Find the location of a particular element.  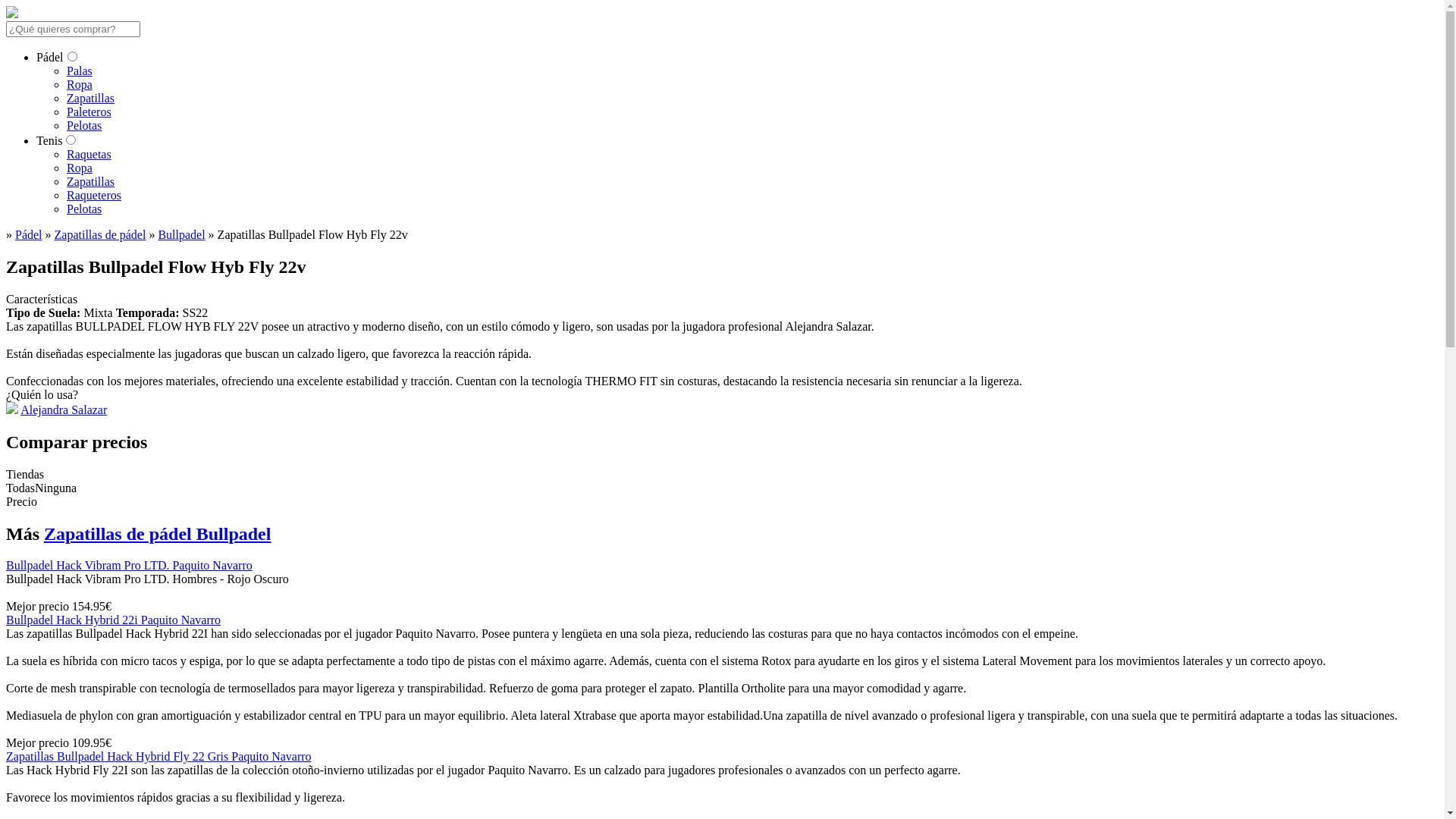

'Bullpadel' is located at coordinates (181, 234).